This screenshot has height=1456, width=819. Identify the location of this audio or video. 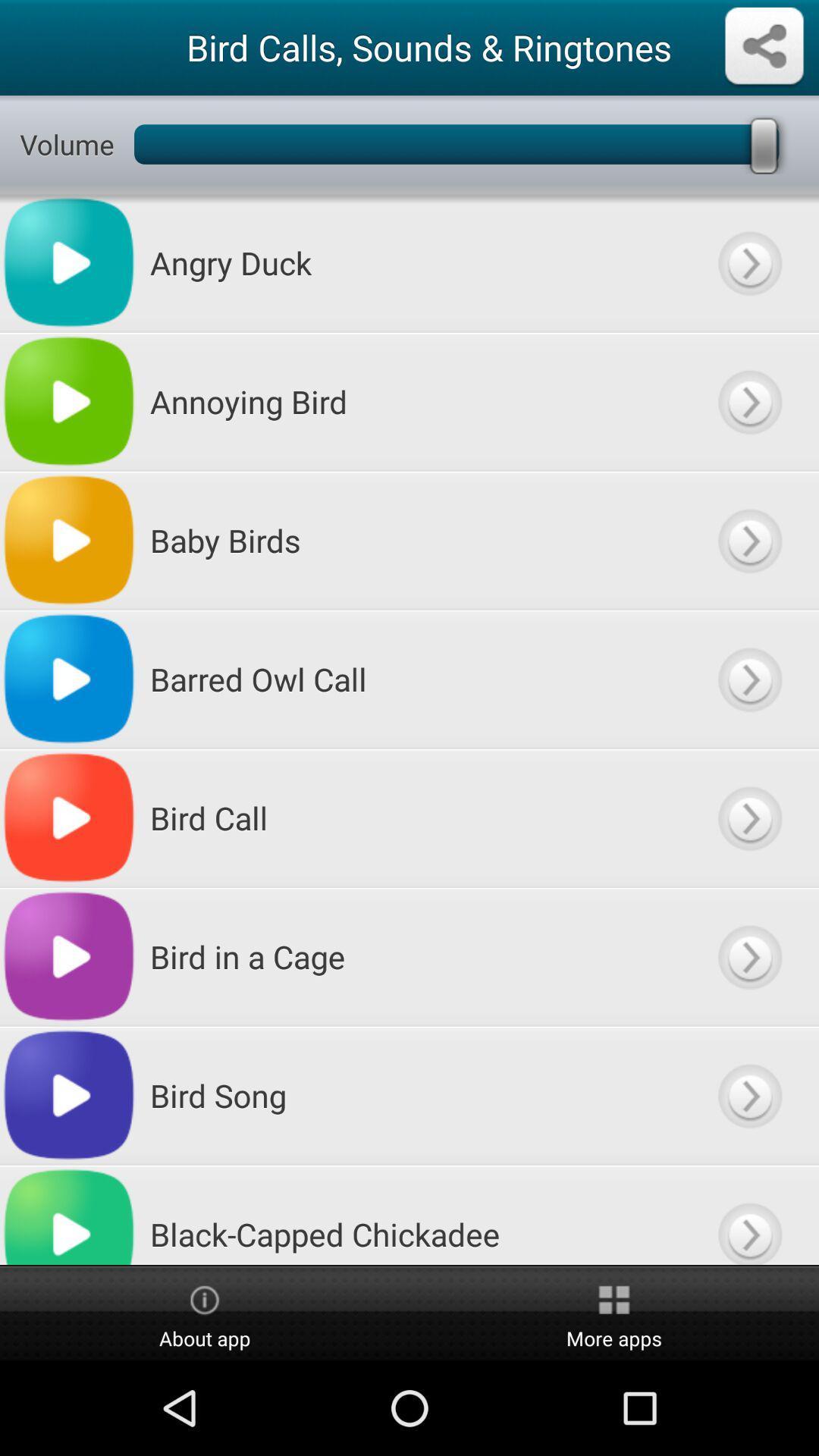
(748, 401).